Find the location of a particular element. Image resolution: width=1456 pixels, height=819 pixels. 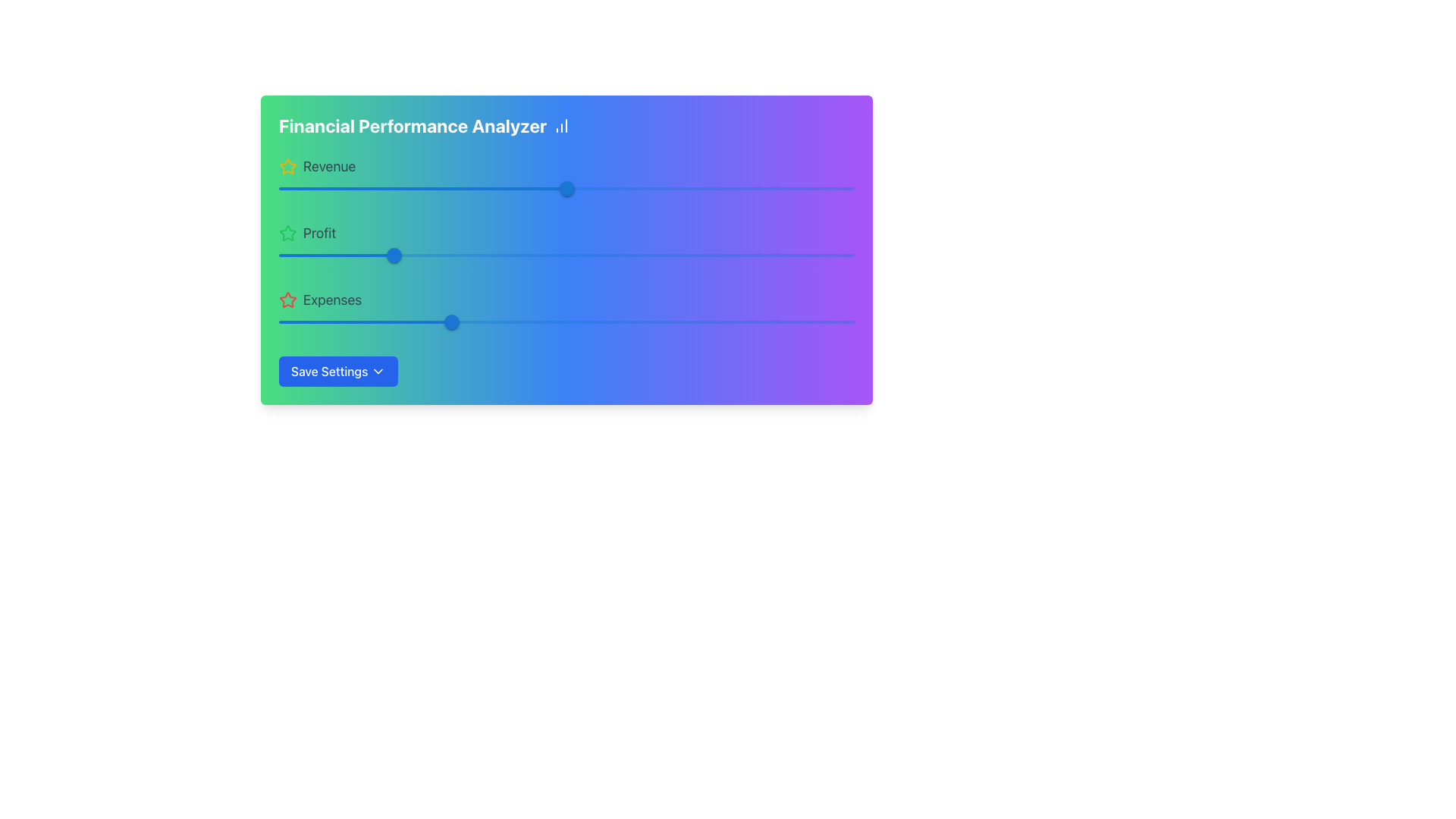

the star icon representing the 'Profit' metric, which is located to the left of the 'Profit' text label in the financial performance section is located at coordinates (287, 234).